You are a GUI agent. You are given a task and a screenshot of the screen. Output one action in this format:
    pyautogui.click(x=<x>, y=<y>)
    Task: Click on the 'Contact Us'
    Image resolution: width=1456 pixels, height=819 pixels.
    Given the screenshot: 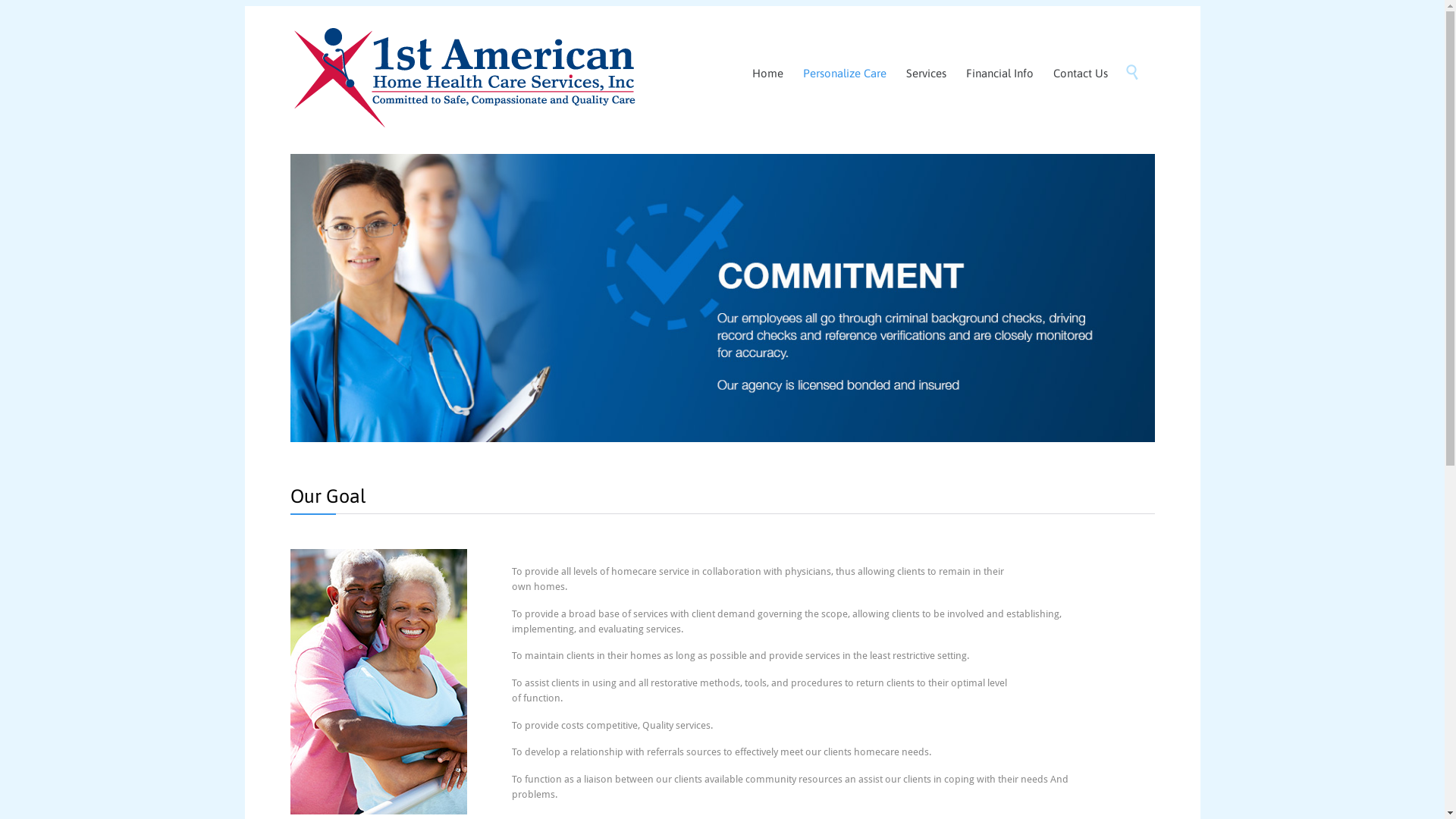 What is the action you would take?
    pyautogui.click(x=1080, y=74)
    